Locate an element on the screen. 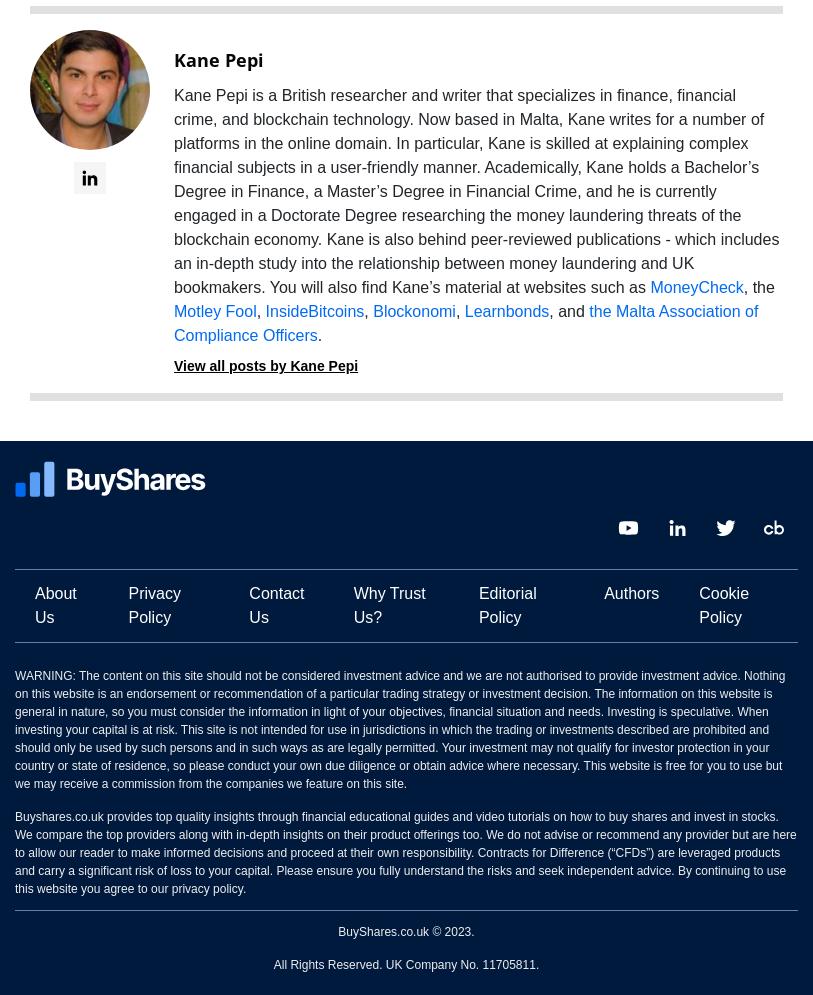 The width and height of the screenshot is (813, 995). 'Blockonomi' is located at coordinates (413, 311).